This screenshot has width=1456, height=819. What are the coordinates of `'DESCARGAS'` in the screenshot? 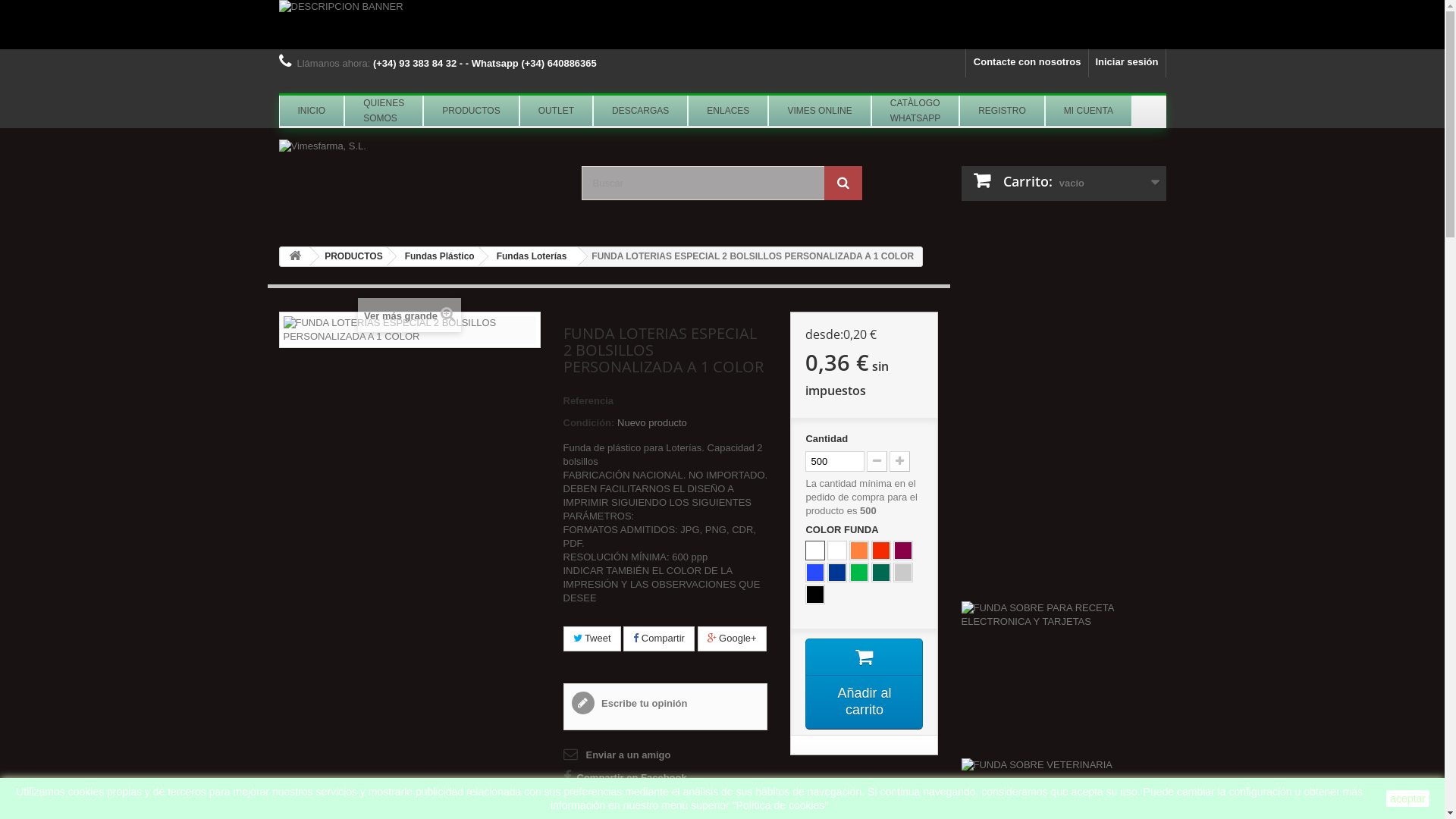 It's located at (640, 110).